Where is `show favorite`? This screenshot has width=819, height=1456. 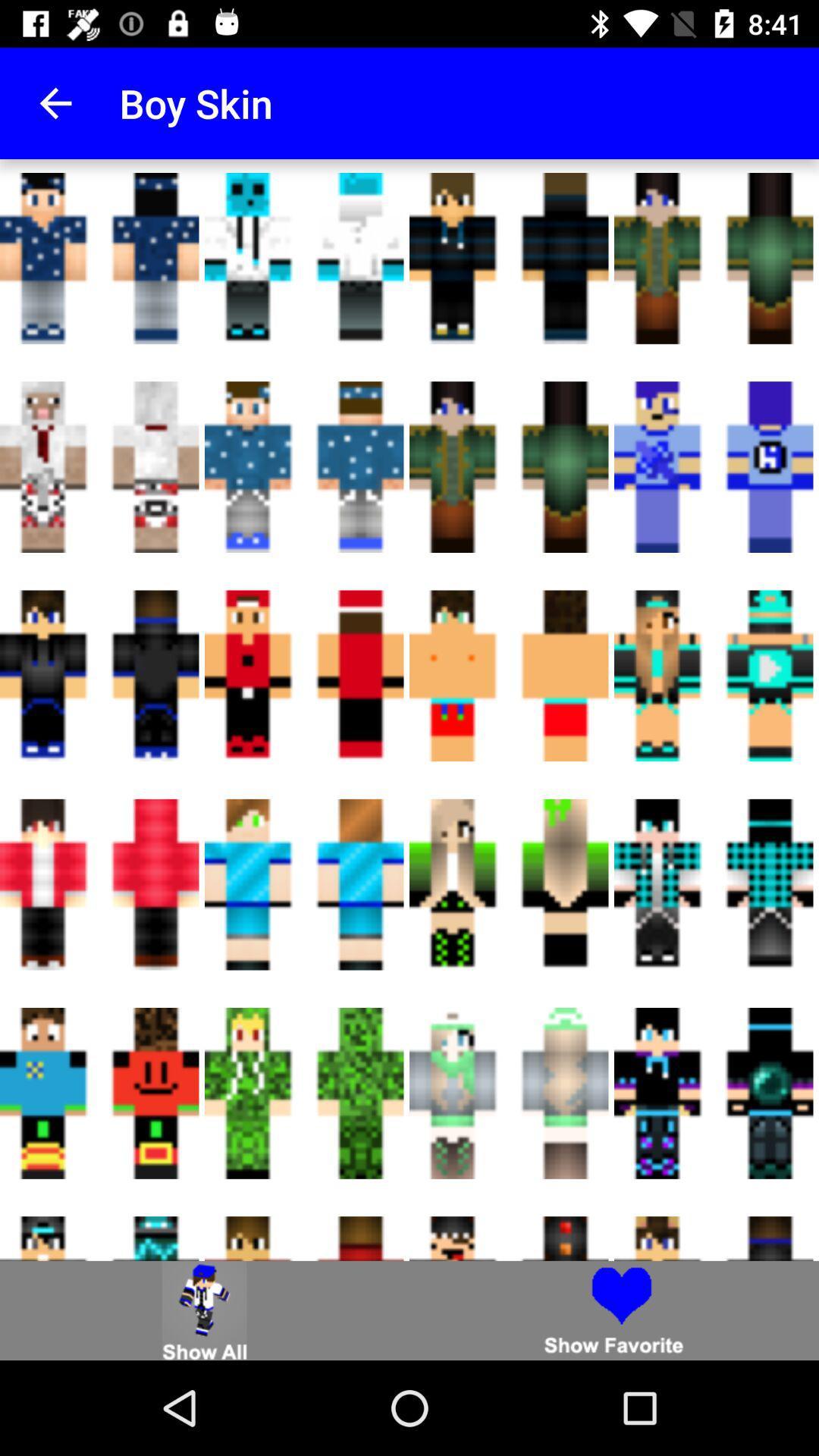
show favorite is located at coordinates (614, 1310).